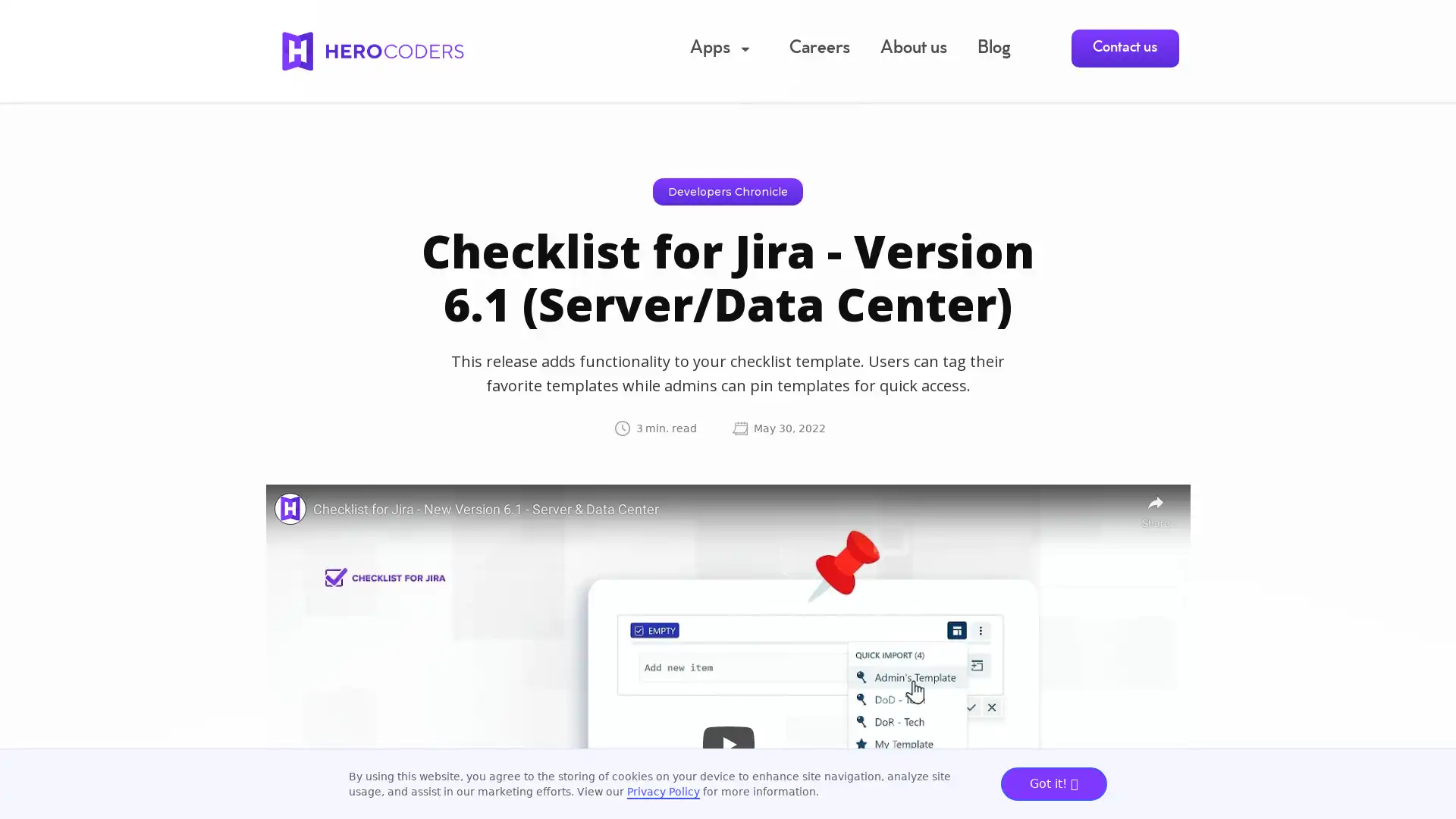  Describe the element at coordinates (1053, 783) in the screenshot. I see `Got it!` at that location.